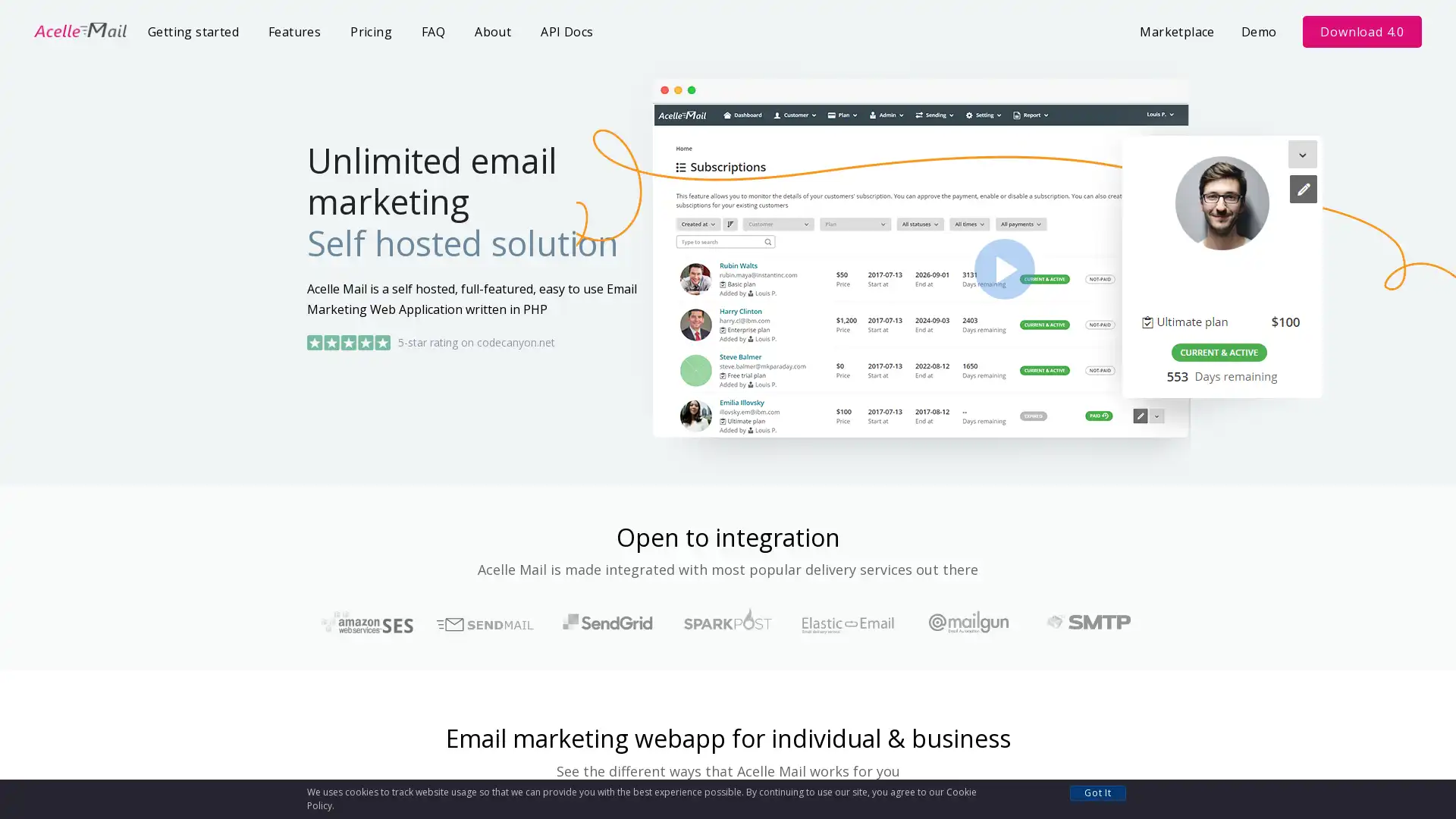 The height and width of the screenshot is (819, 1456). What do you see at coordinates (1098, 792) in the screenshot?
I see `Got It` at bounding box center [1098, 792].